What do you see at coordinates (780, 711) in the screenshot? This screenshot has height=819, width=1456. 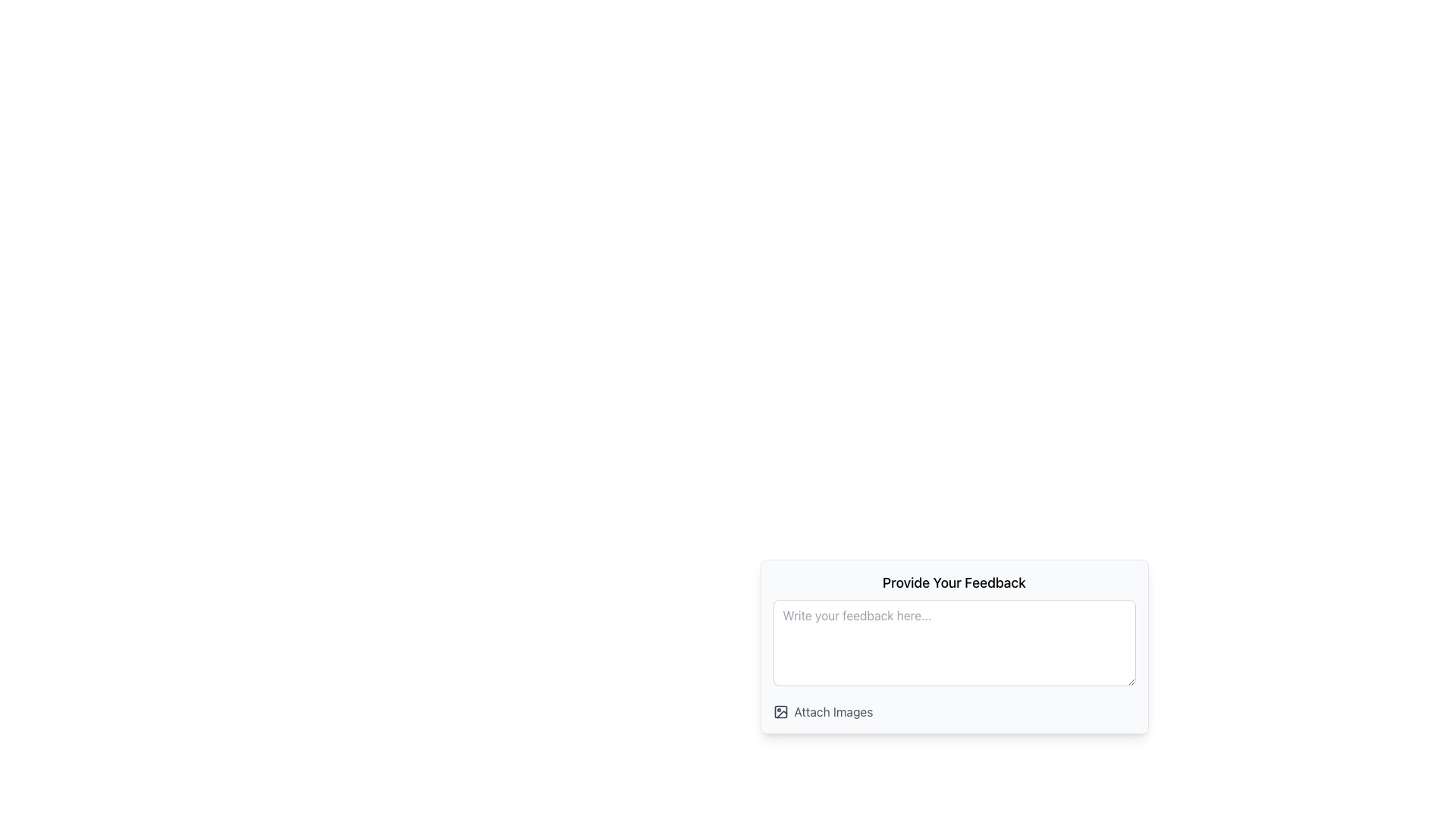 I see `the image placeholder icon located to the left of the 'Attach Images' text within the 'Attach Images' button in the feedback form panel` at bounding box center [780, 711].